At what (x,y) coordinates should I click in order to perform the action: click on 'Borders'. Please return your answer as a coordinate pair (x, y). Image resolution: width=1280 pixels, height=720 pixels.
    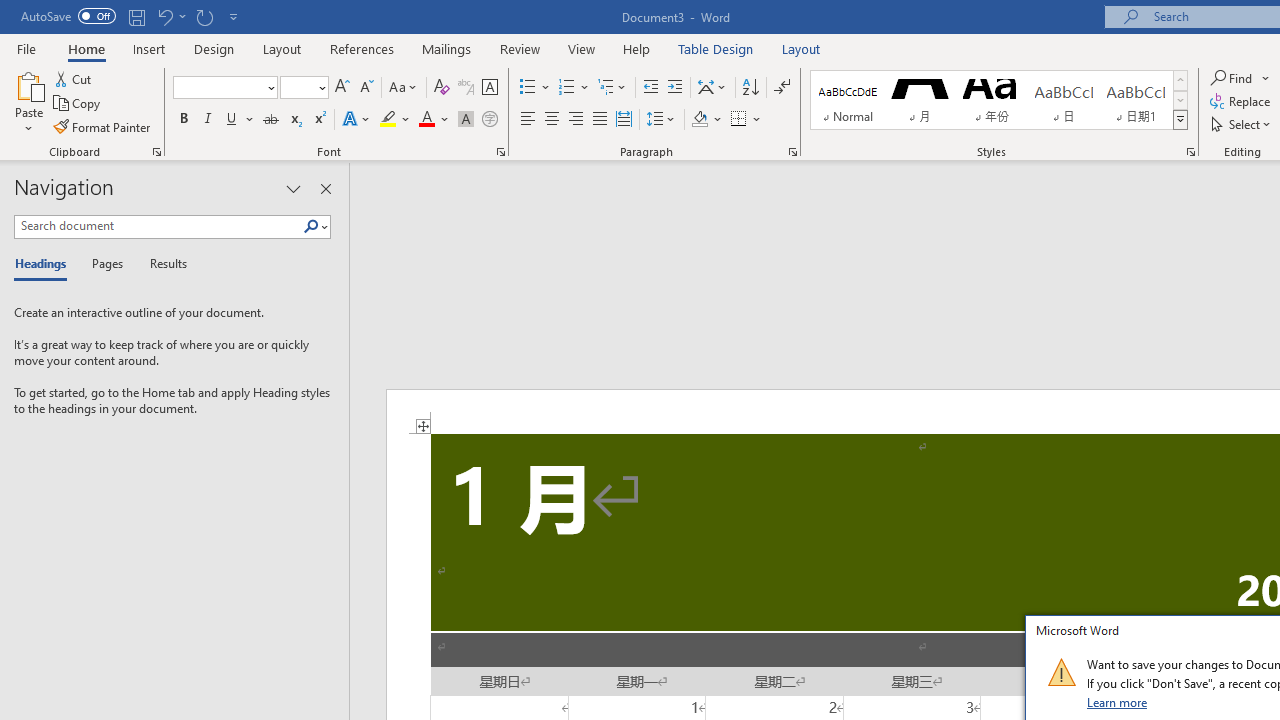
    Looking at the image, I should click on (745, 119).